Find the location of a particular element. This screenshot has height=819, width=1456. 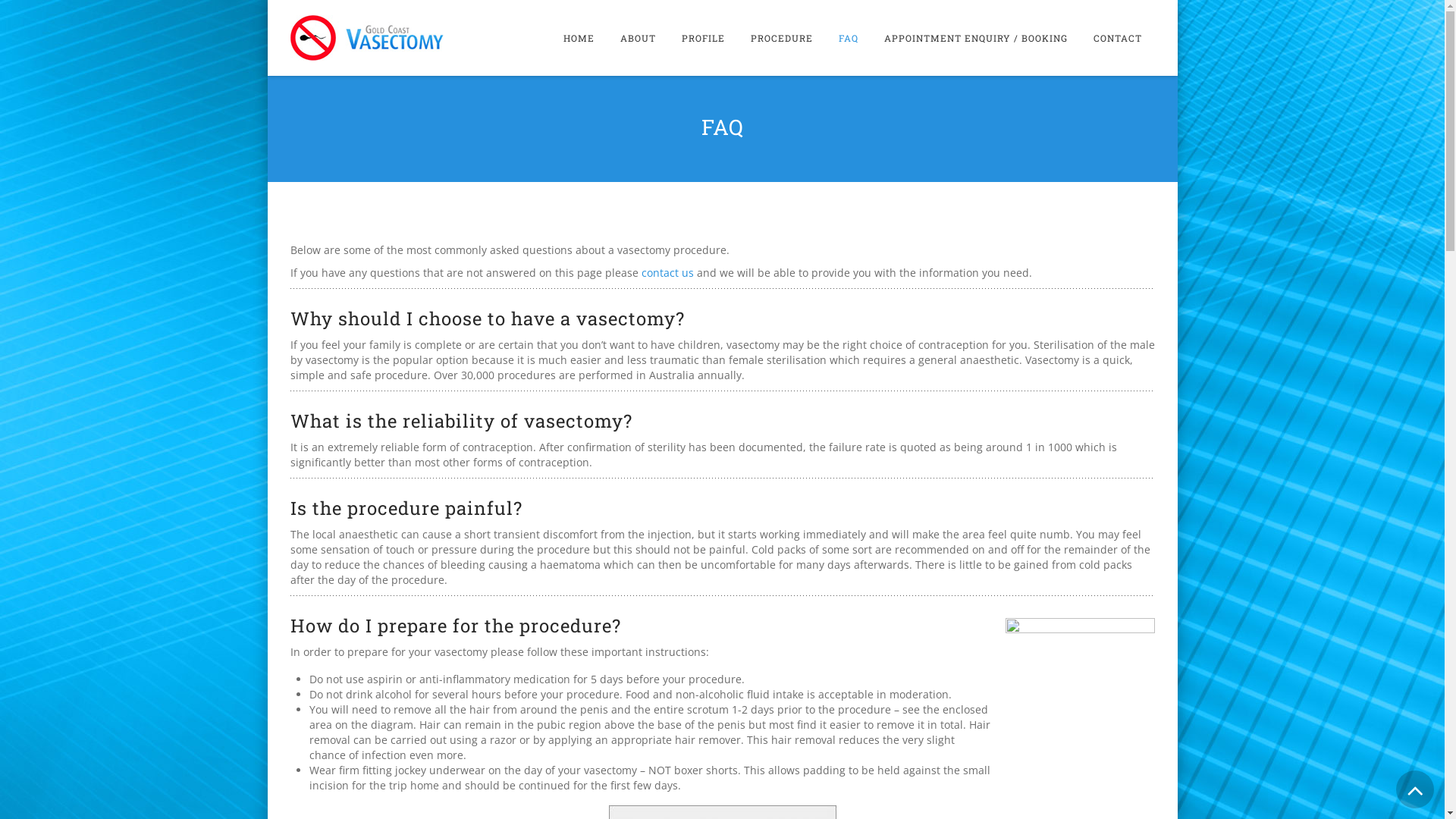

'Gold Coast Vasectomy' is located at coordinates (366, 37).